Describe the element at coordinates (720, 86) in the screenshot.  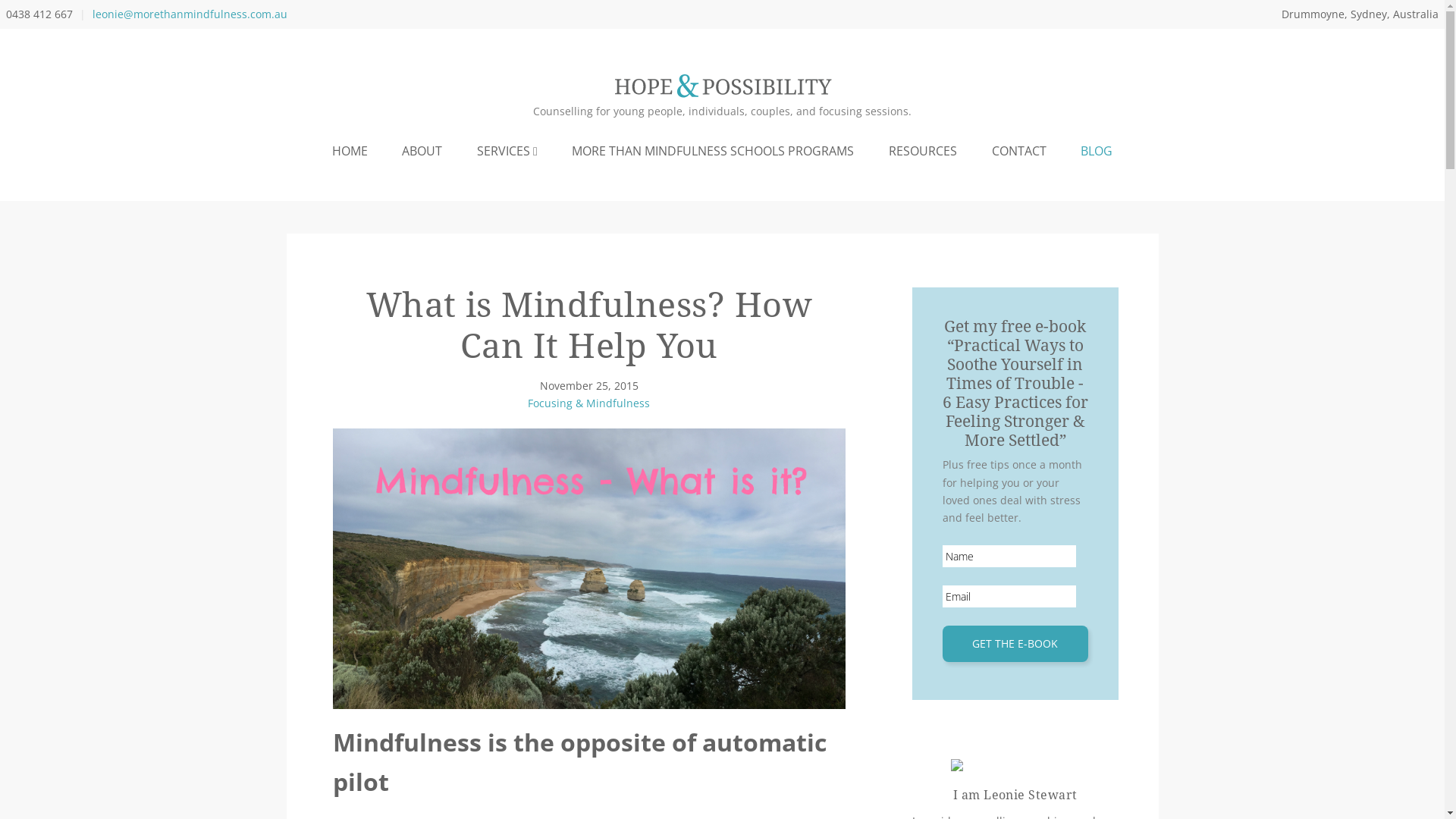
I see `'Hope and Possibility'` at that location.